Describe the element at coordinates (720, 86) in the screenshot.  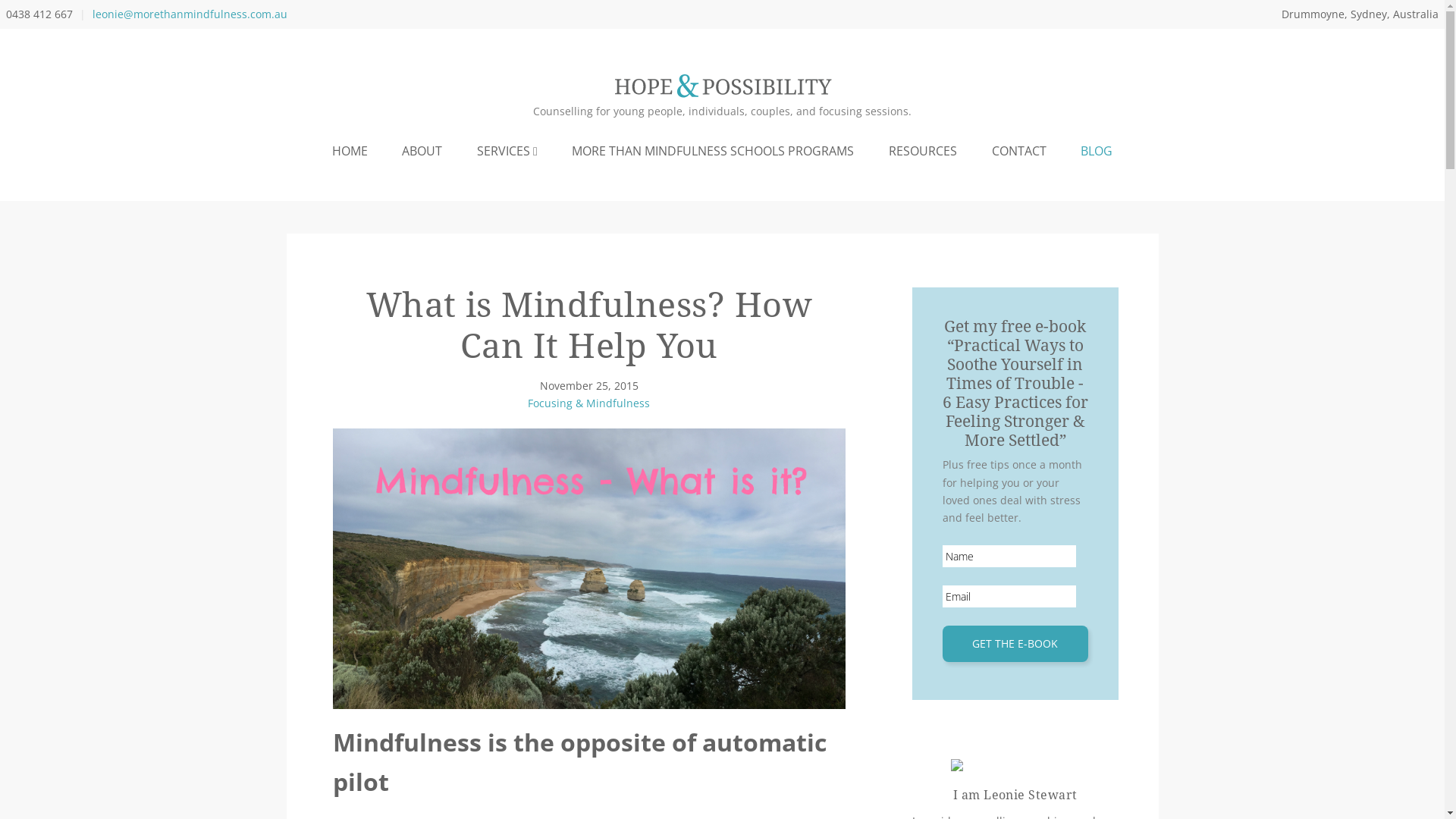
I see `'Hope and Possibility'` at that location.